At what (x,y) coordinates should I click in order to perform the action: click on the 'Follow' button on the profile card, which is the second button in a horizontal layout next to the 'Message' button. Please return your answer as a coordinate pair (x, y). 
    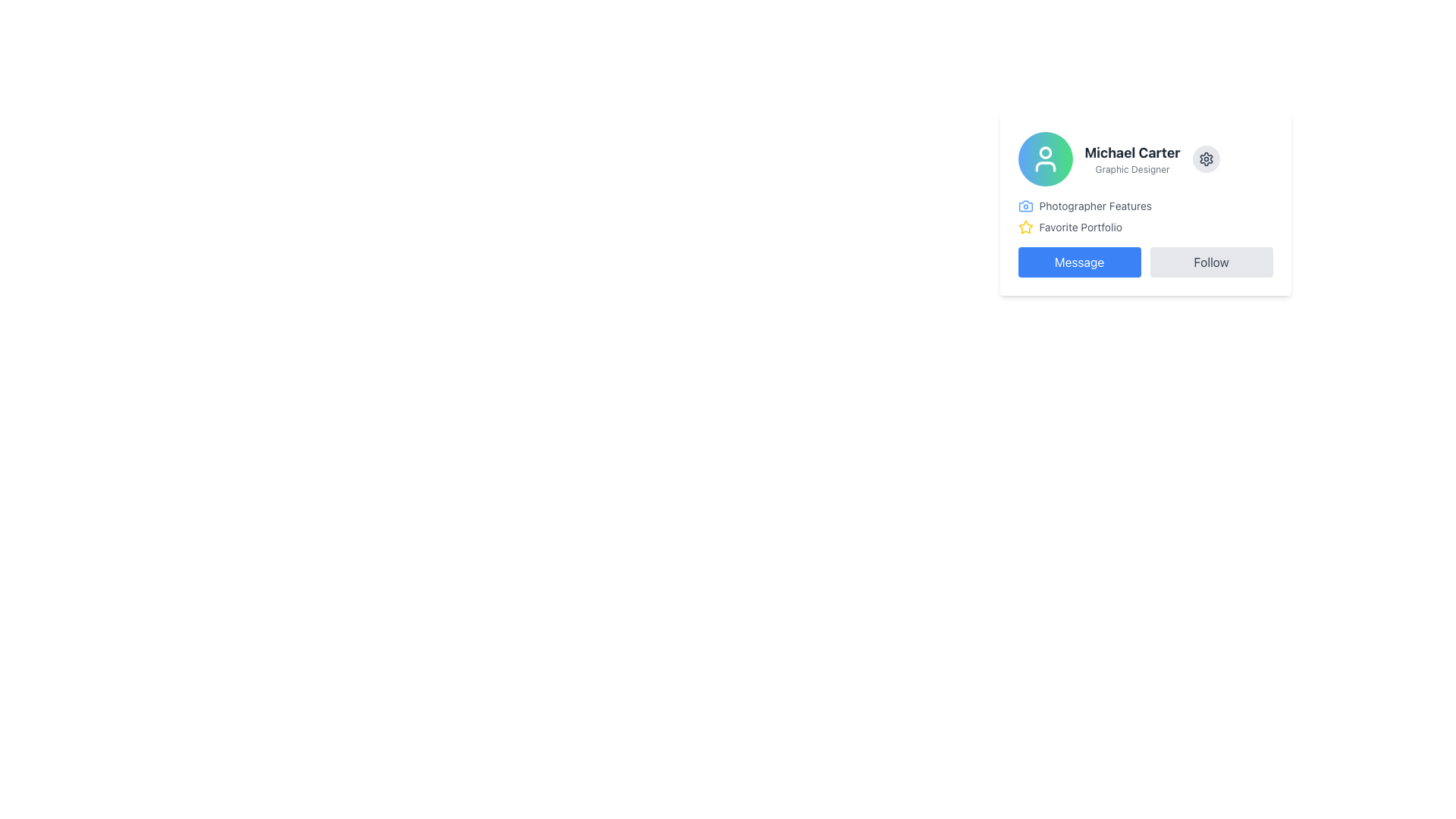
    Looking at the image, I should click on (1210, 262).